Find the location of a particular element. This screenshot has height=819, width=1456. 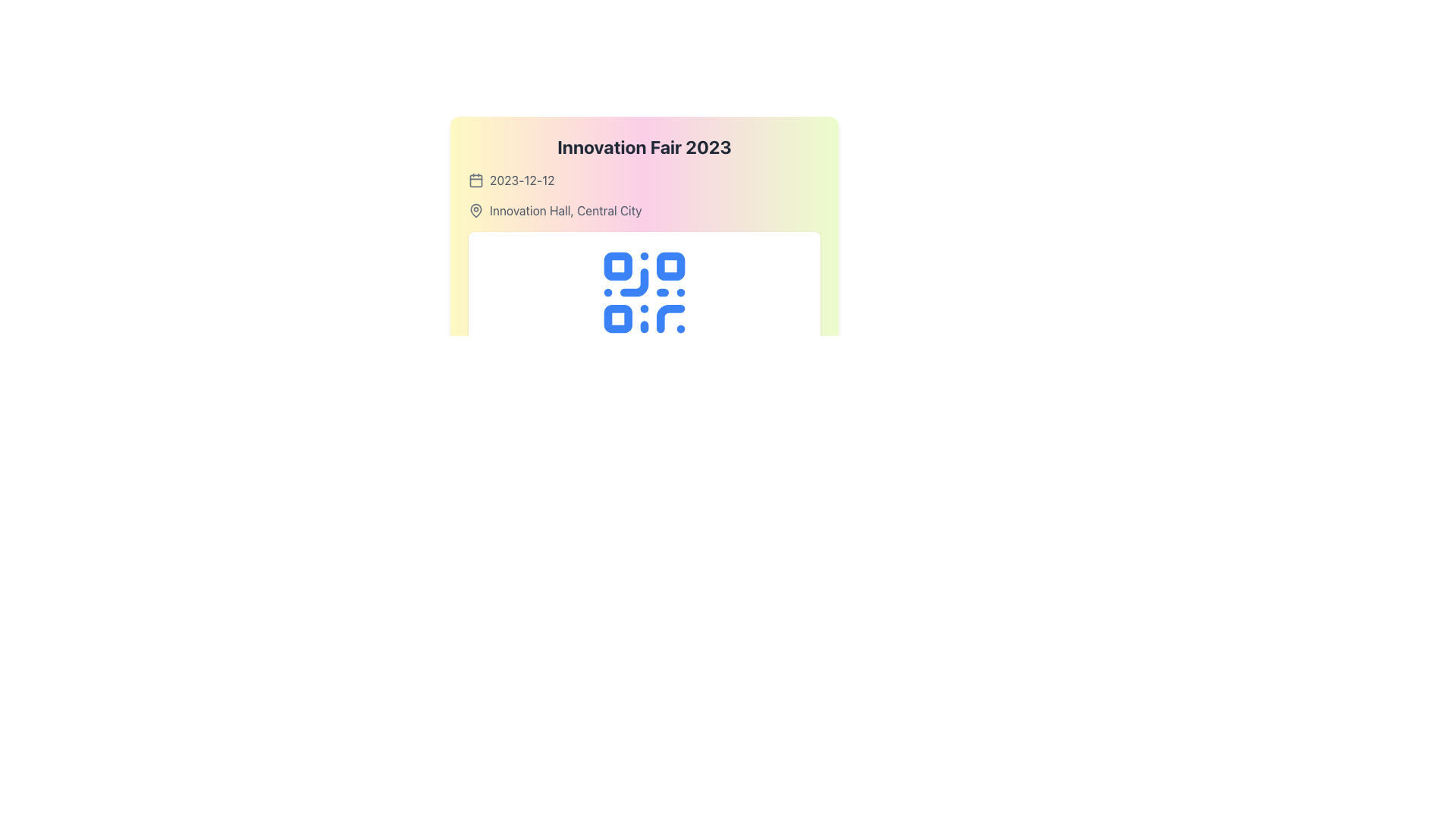

the informational display for the date of the 'Innovation Fair 2023', which is located directly below the title row and above the row displaying 'Innovation Hall, Central City' is located at coordinates (644, 180).